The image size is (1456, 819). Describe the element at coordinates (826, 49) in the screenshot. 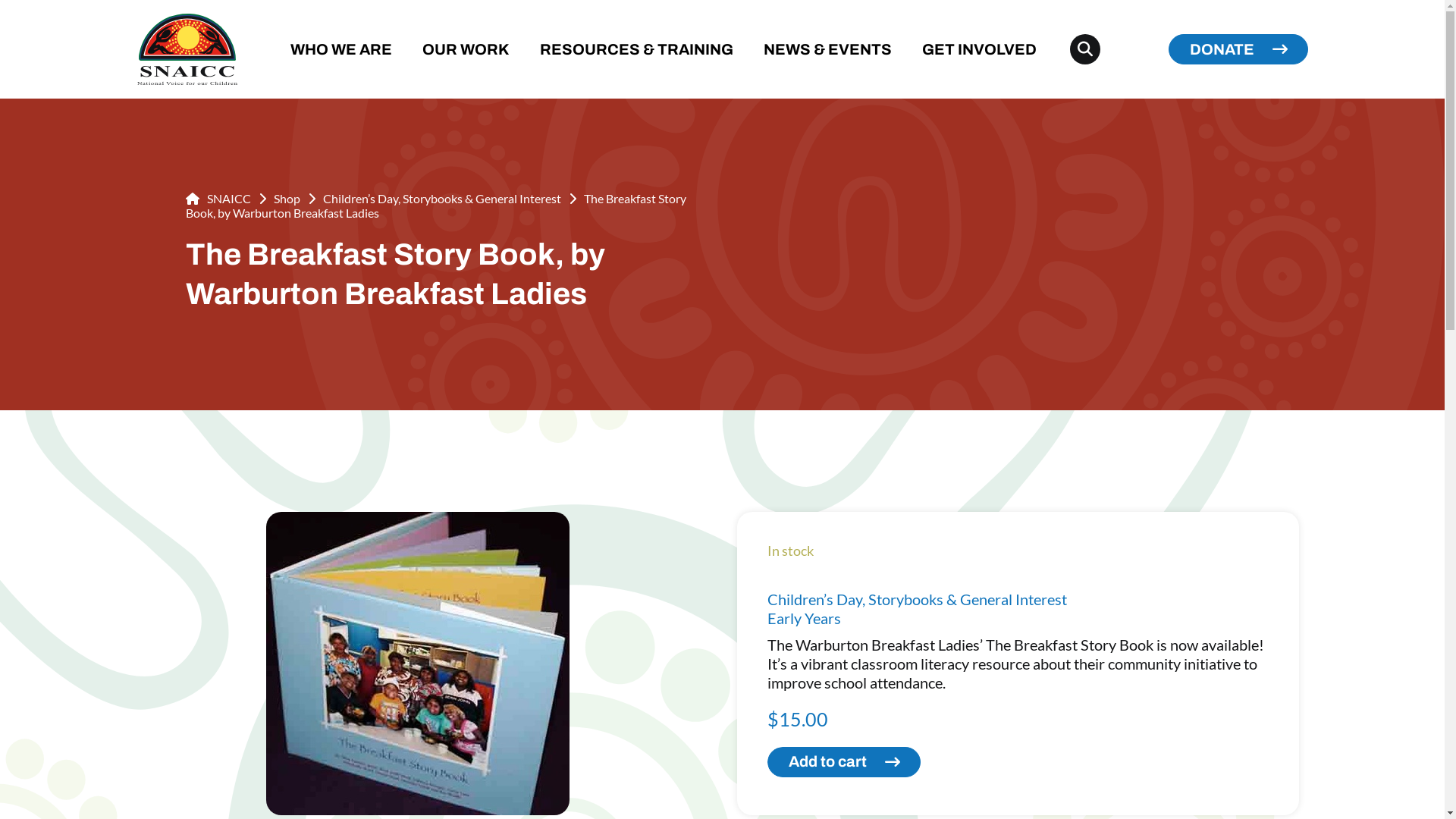

I see `'NEWS & EVENTS'` at that location.